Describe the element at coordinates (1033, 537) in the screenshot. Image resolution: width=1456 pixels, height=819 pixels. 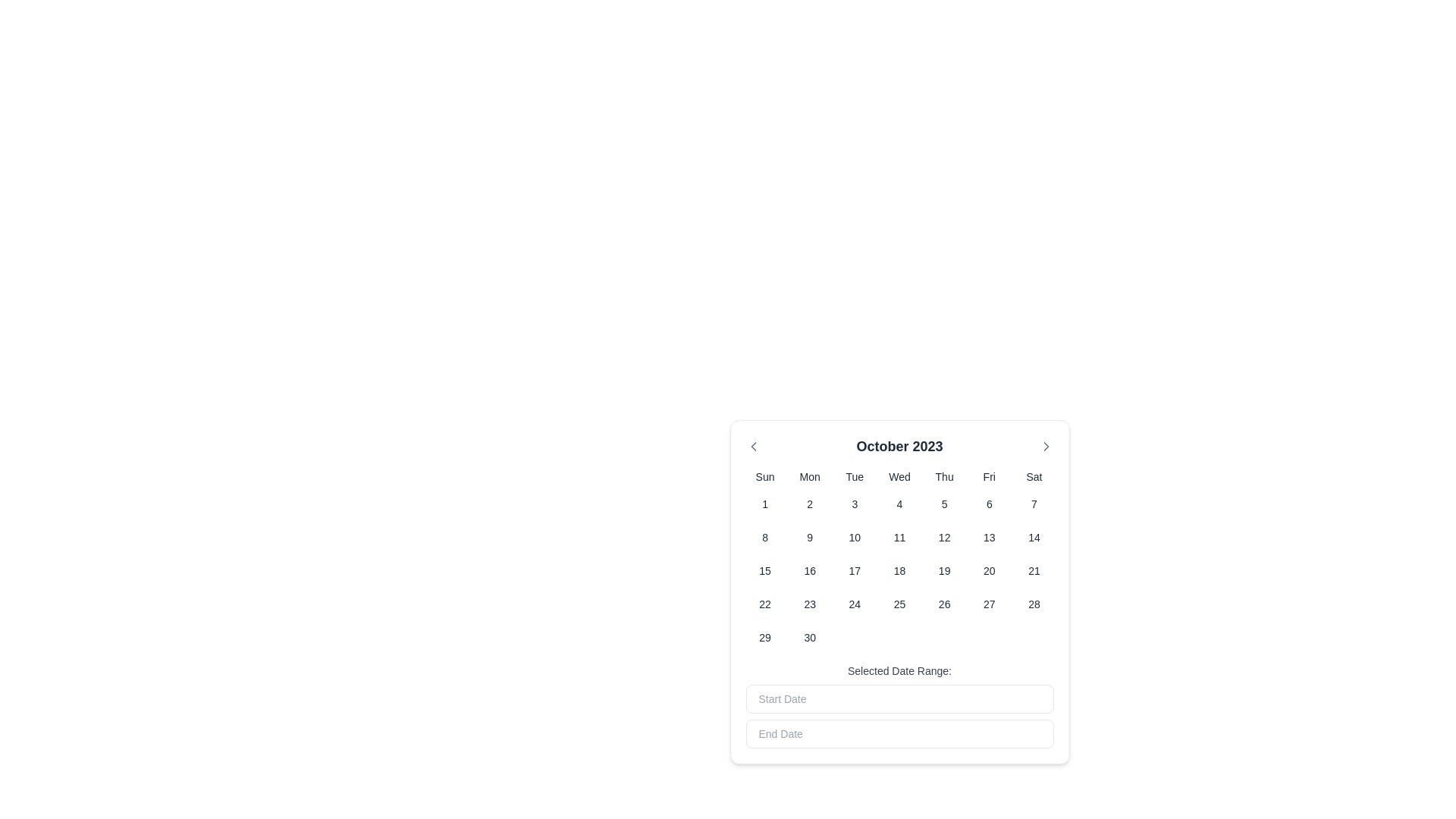
I see `the button displaying the number '14' in the October 2023 calendar` at that location.